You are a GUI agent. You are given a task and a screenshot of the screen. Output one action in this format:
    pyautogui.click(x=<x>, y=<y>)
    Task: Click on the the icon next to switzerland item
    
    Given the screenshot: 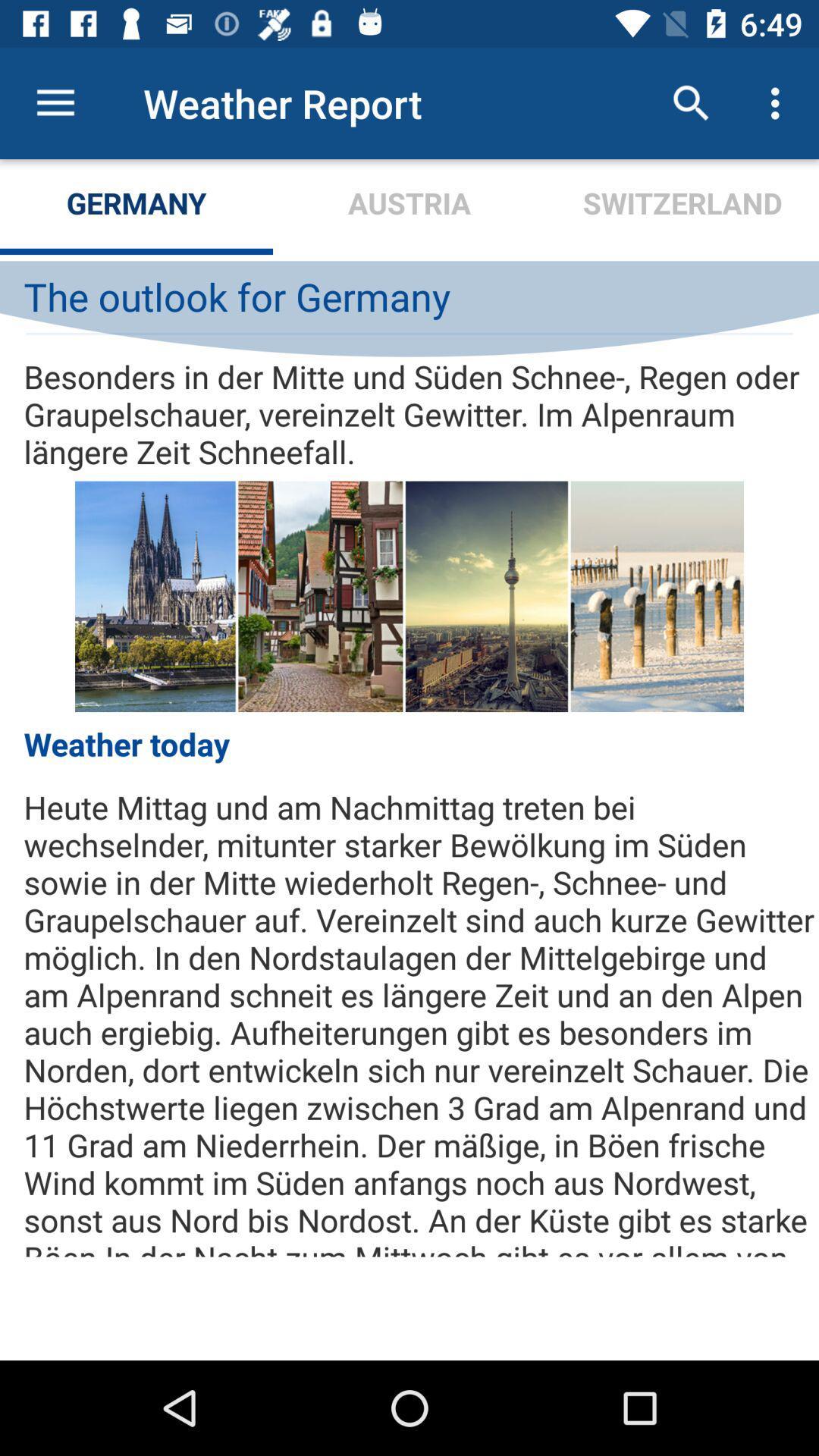 What is the action you would take?
    pyautogui.click(x=409, y=206)
    